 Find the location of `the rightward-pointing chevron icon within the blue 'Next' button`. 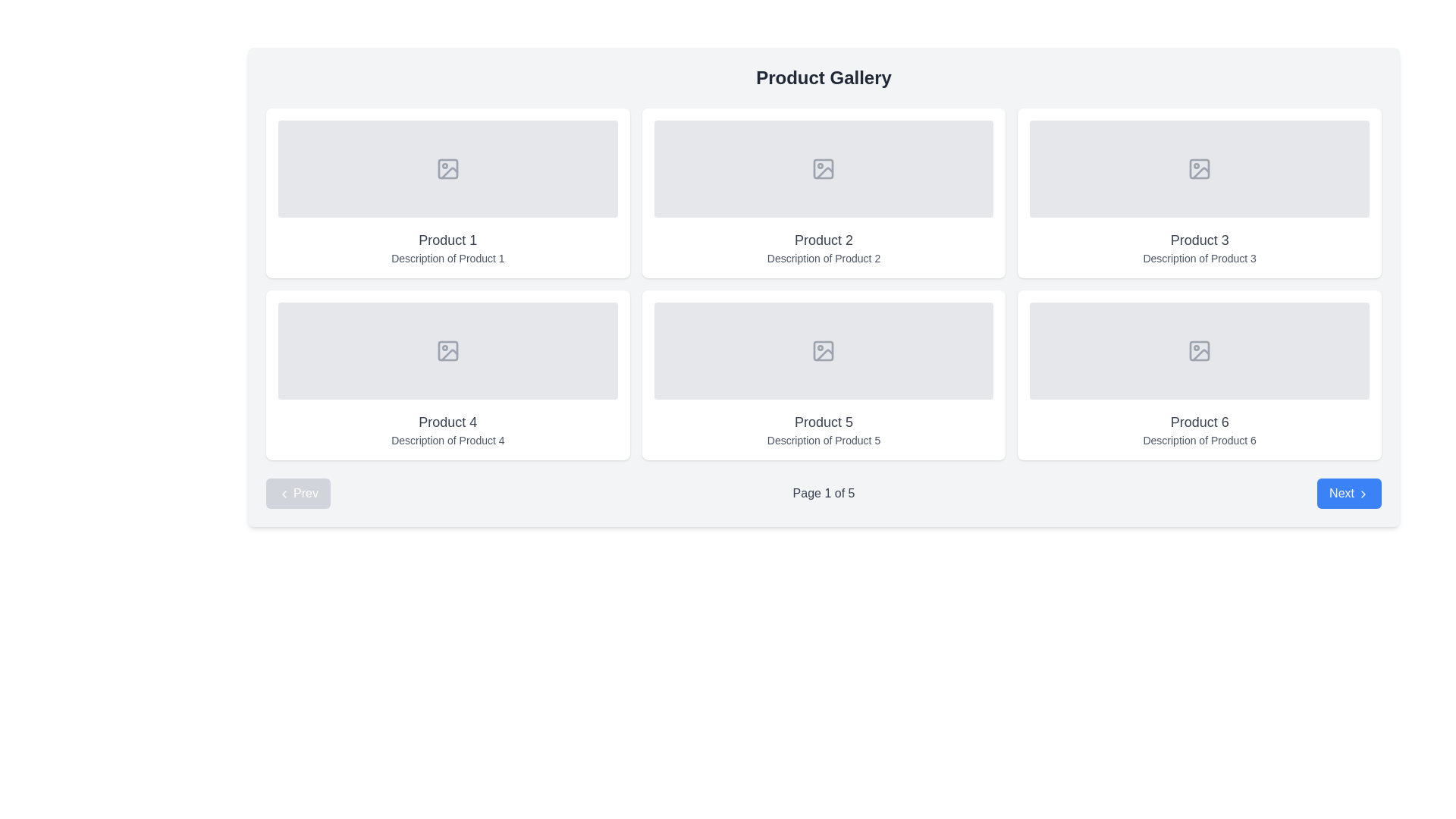

the rightward-pointing chevron icon within the blue 'Next' button is located at coordinates (1363, 494).